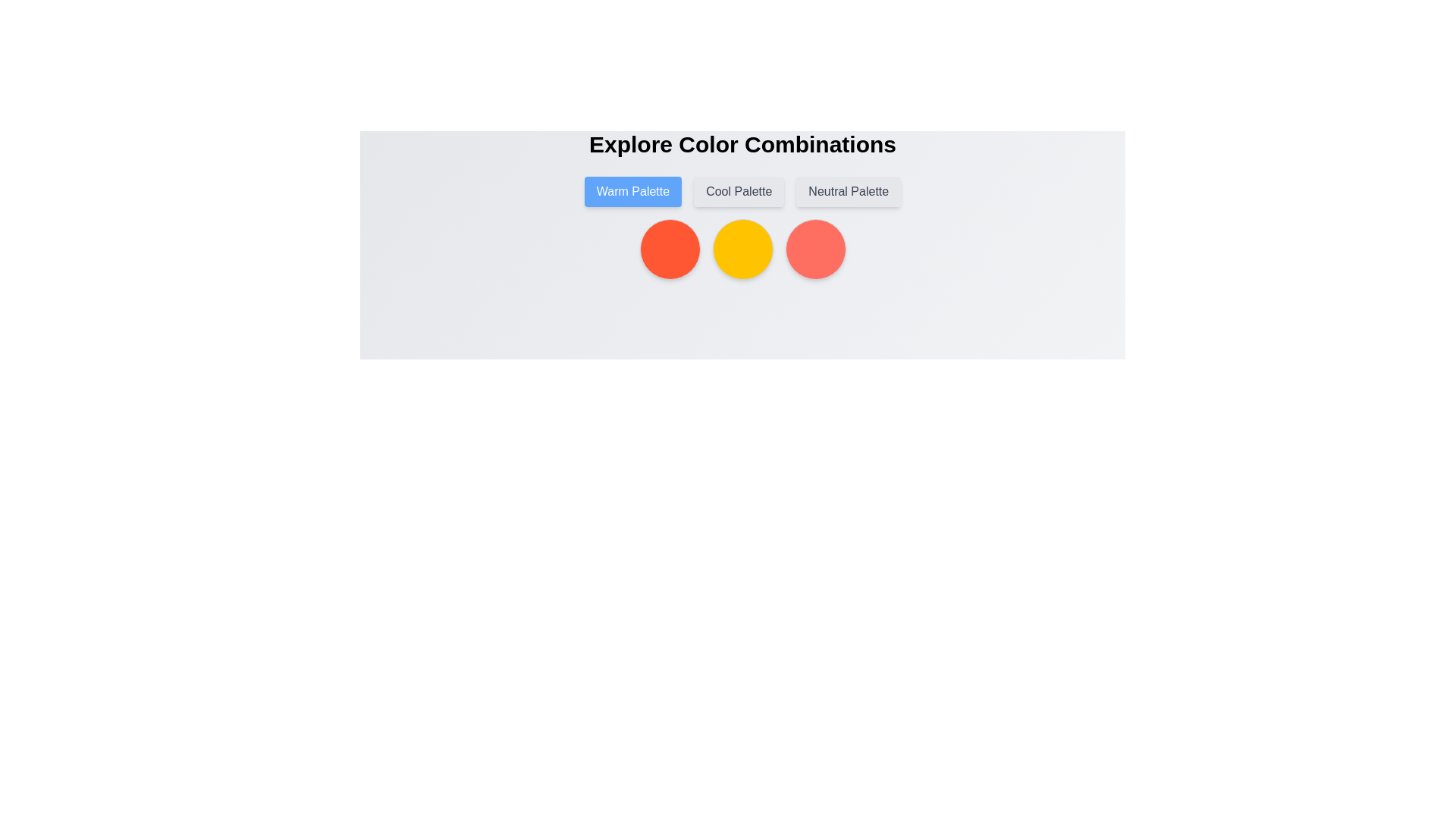 The image size is (1456, 819). What do you see at coordinates (742, 248) in the screenshot?
I see `the middle circle which serves as a color selection indicator in the horizontally arranged row of three circles` at bounding box center [742, 248].